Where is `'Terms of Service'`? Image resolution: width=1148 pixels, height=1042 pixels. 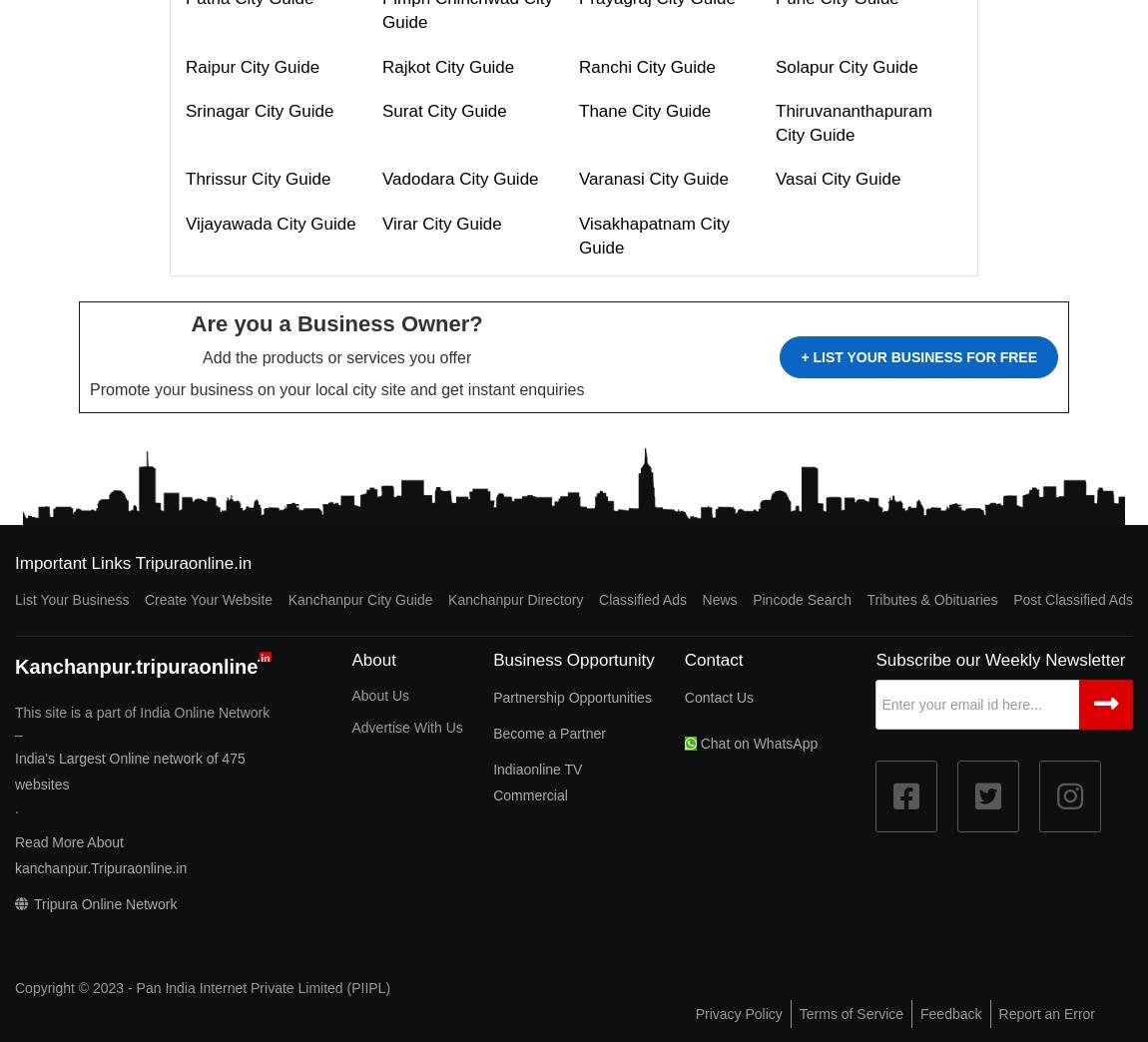 'Terms of Service' is located at coordinates (850, 1012).